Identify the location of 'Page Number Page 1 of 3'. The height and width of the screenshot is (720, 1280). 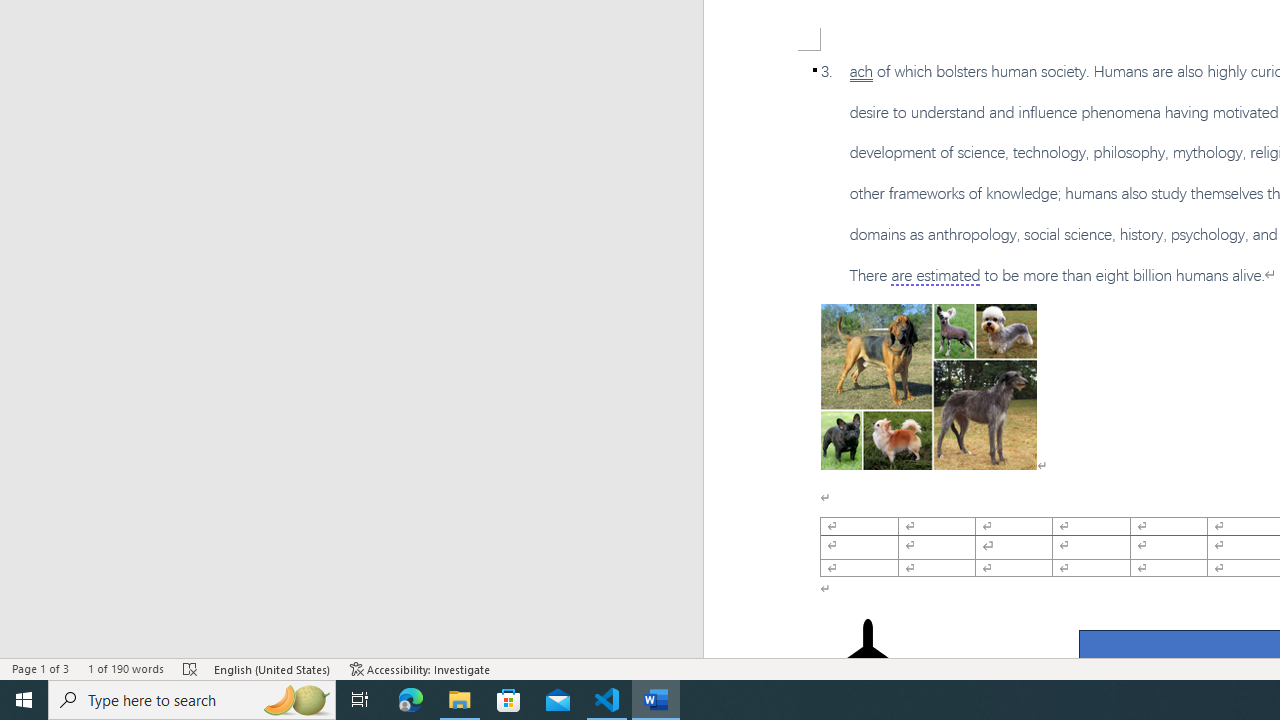
(40, 669).